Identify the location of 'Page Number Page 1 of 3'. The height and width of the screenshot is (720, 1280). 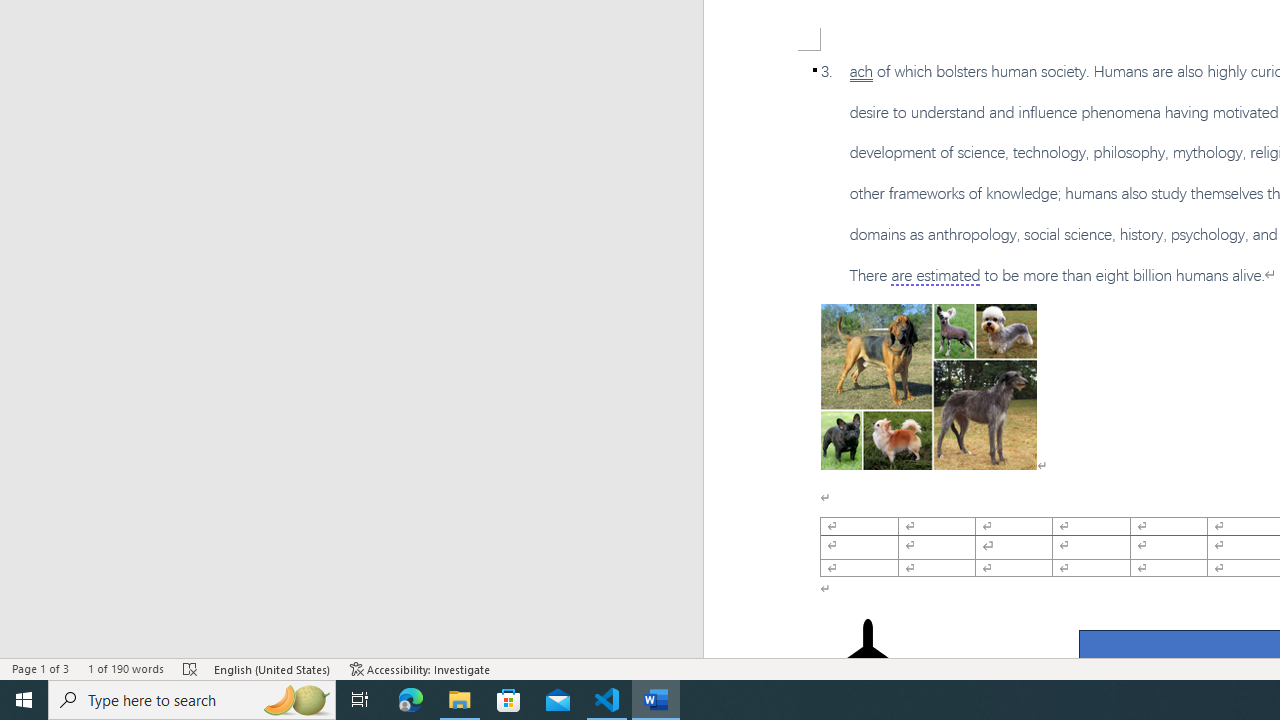
(40, 669).